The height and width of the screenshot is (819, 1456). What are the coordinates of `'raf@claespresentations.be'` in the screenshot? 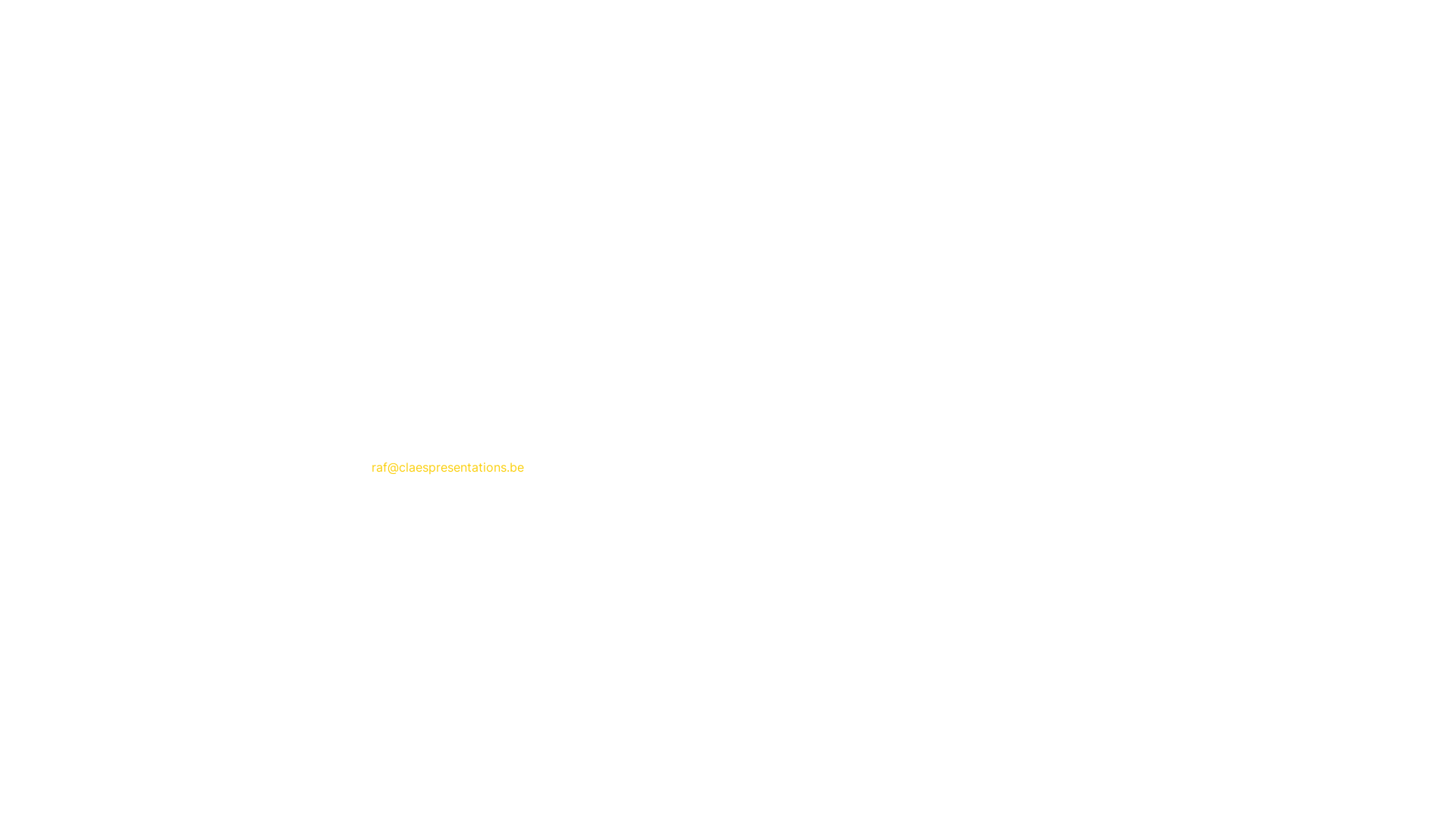 It's located at (447, 466).